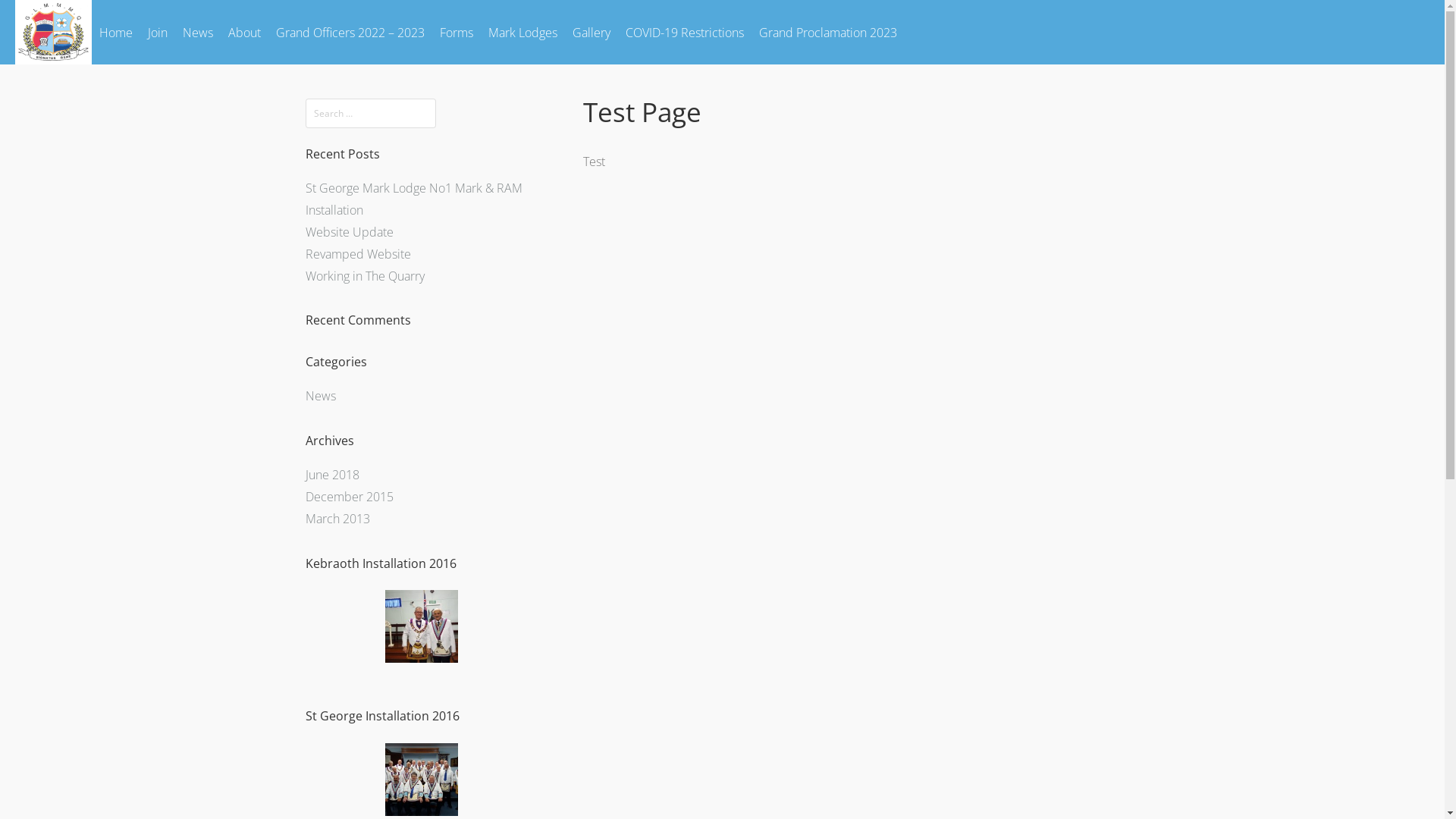 This screenshot has height=819, width=1456. I want to click on 'Home', so click(115, 32).